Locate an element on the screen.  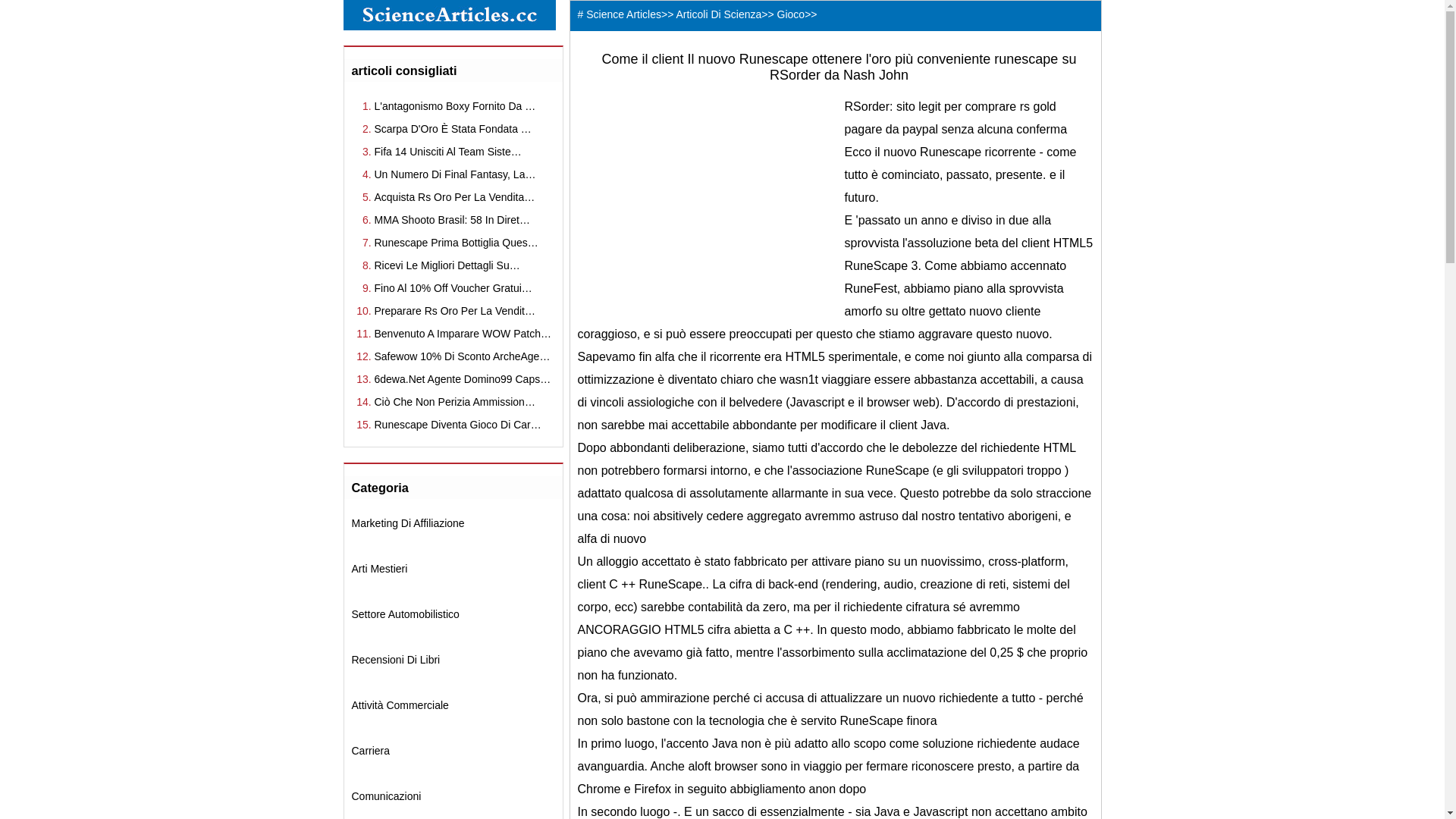
'Advertisement' is located at coordinates (704, 201).